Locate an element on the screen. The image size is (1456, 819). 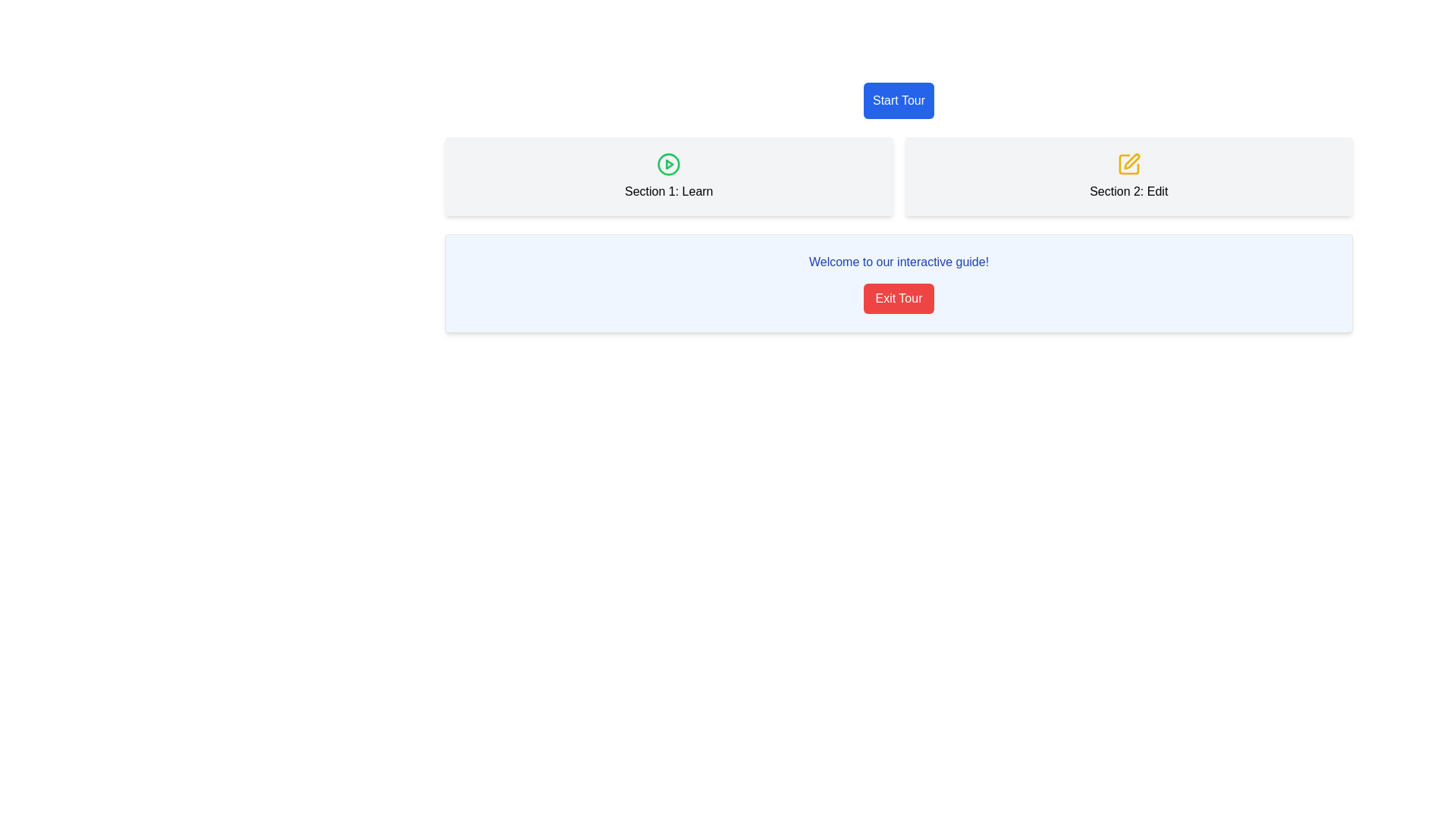
the static text label indicating 'Section 1: Learn', which is positioned directly underneath a green play icon in the leftmost section of two horizontally aligned sections is located at coordinates (668, 191).